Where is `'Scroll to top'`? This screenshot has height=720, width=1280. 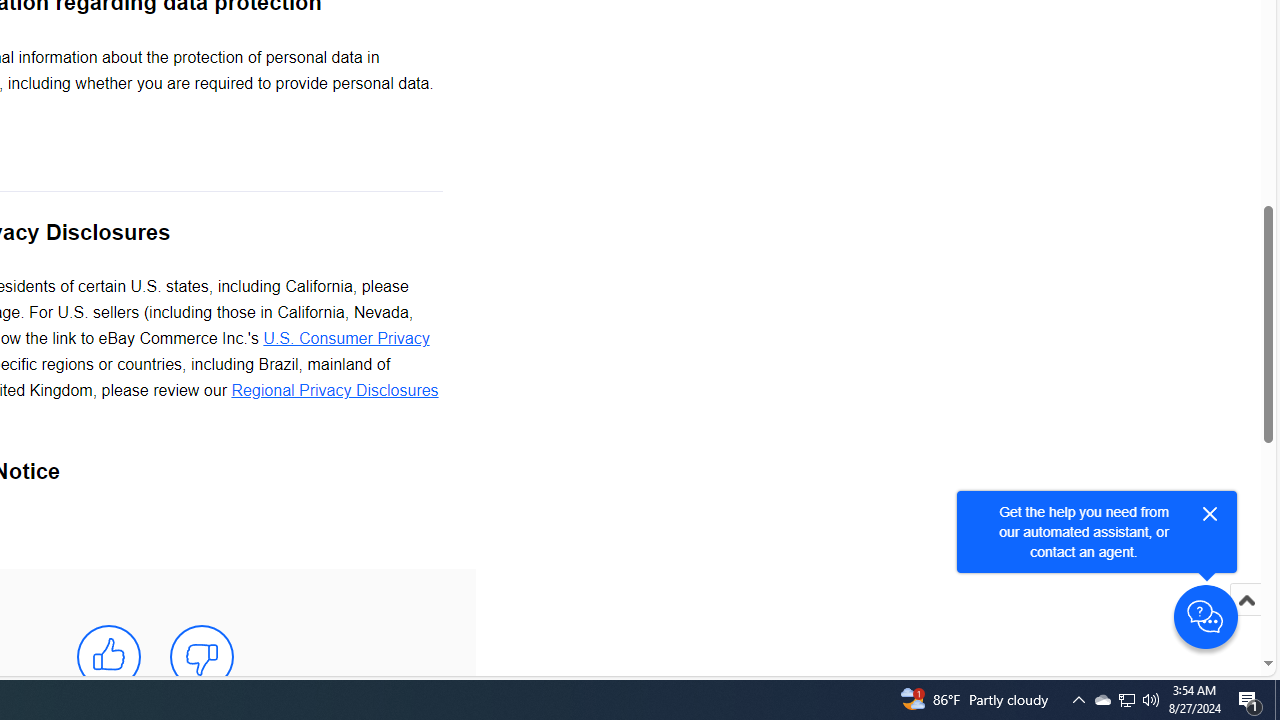 'Scroll to top' is located at coordinates (1245, 598).